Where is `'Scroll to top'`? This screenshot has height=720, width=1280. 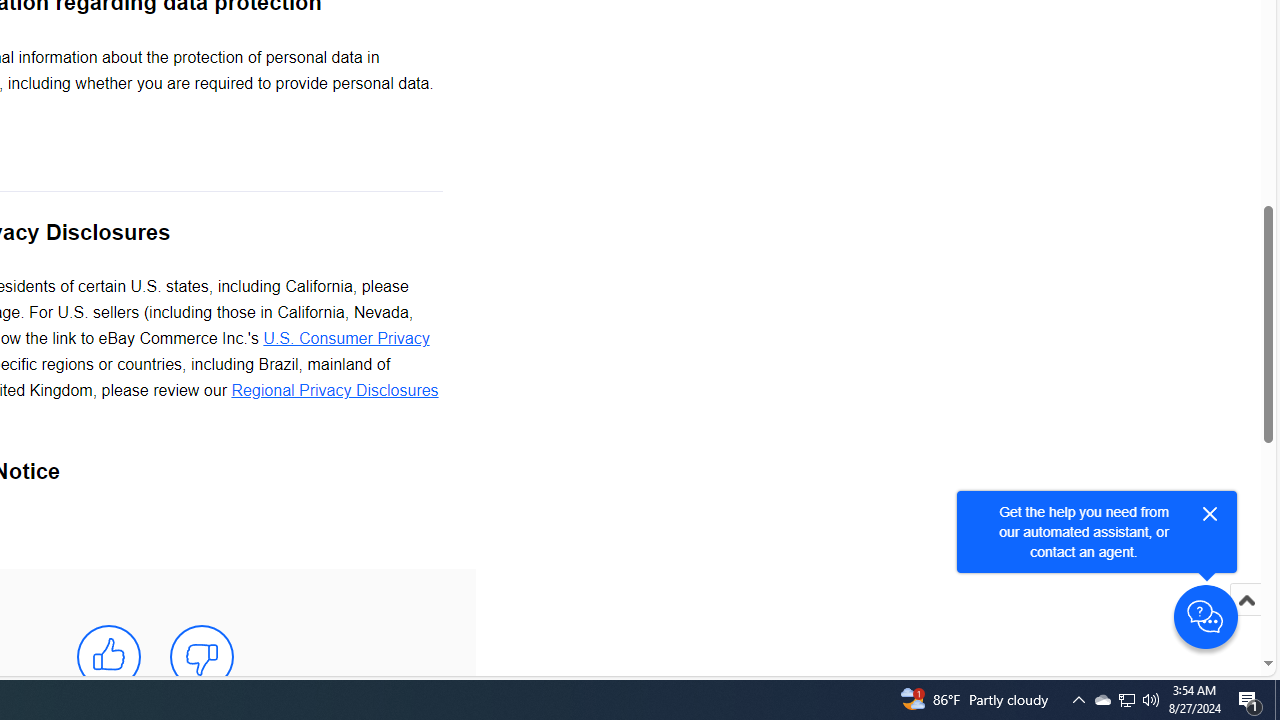 'Scroll to top' is located at coordinates (1245, 598).